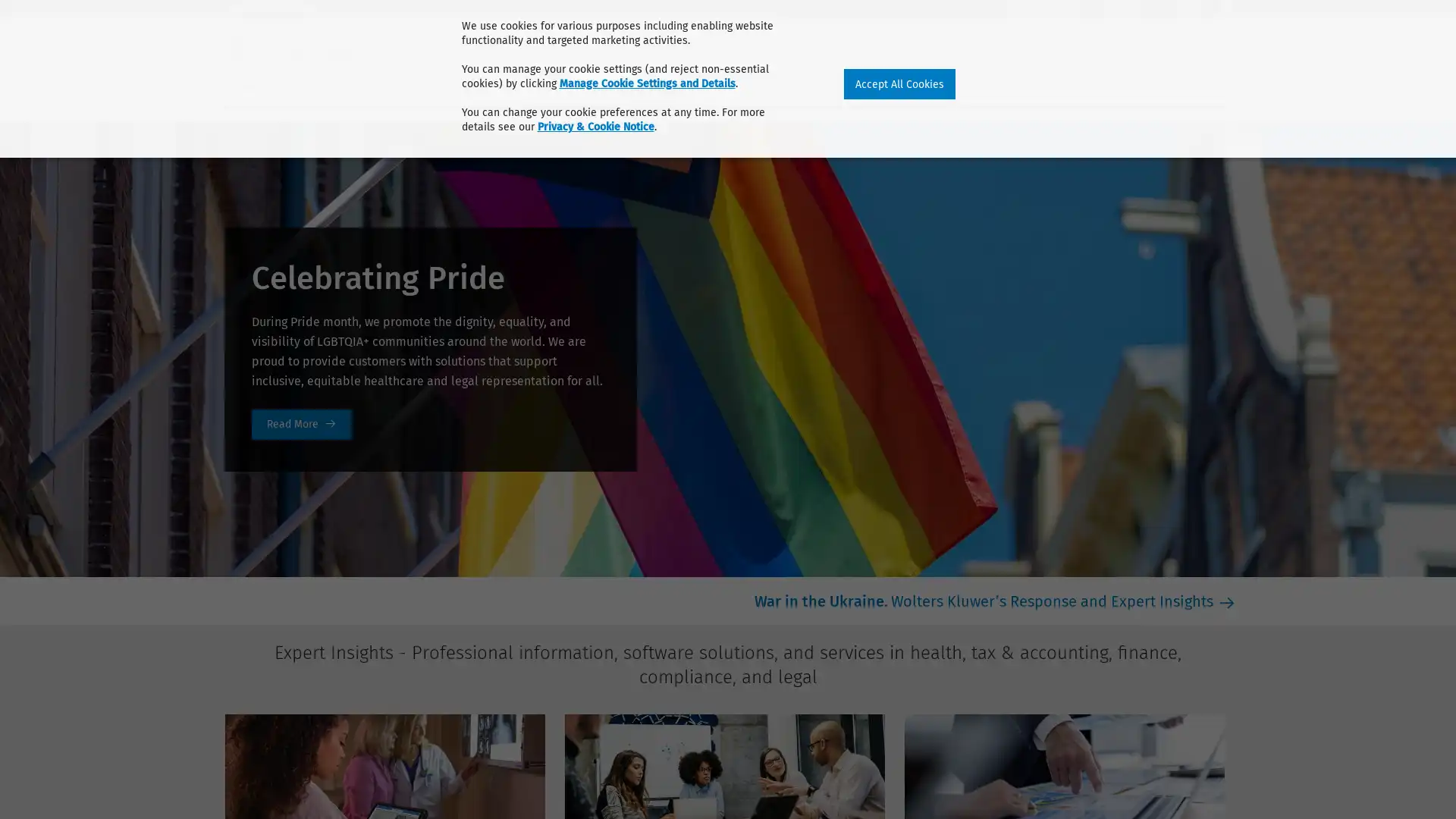 The width and height of the screenshot is (1456, 819). I want to click on /Feature/WoltersKluwer/OneWeb/SearchHeader/Search, so click(1238, 42).